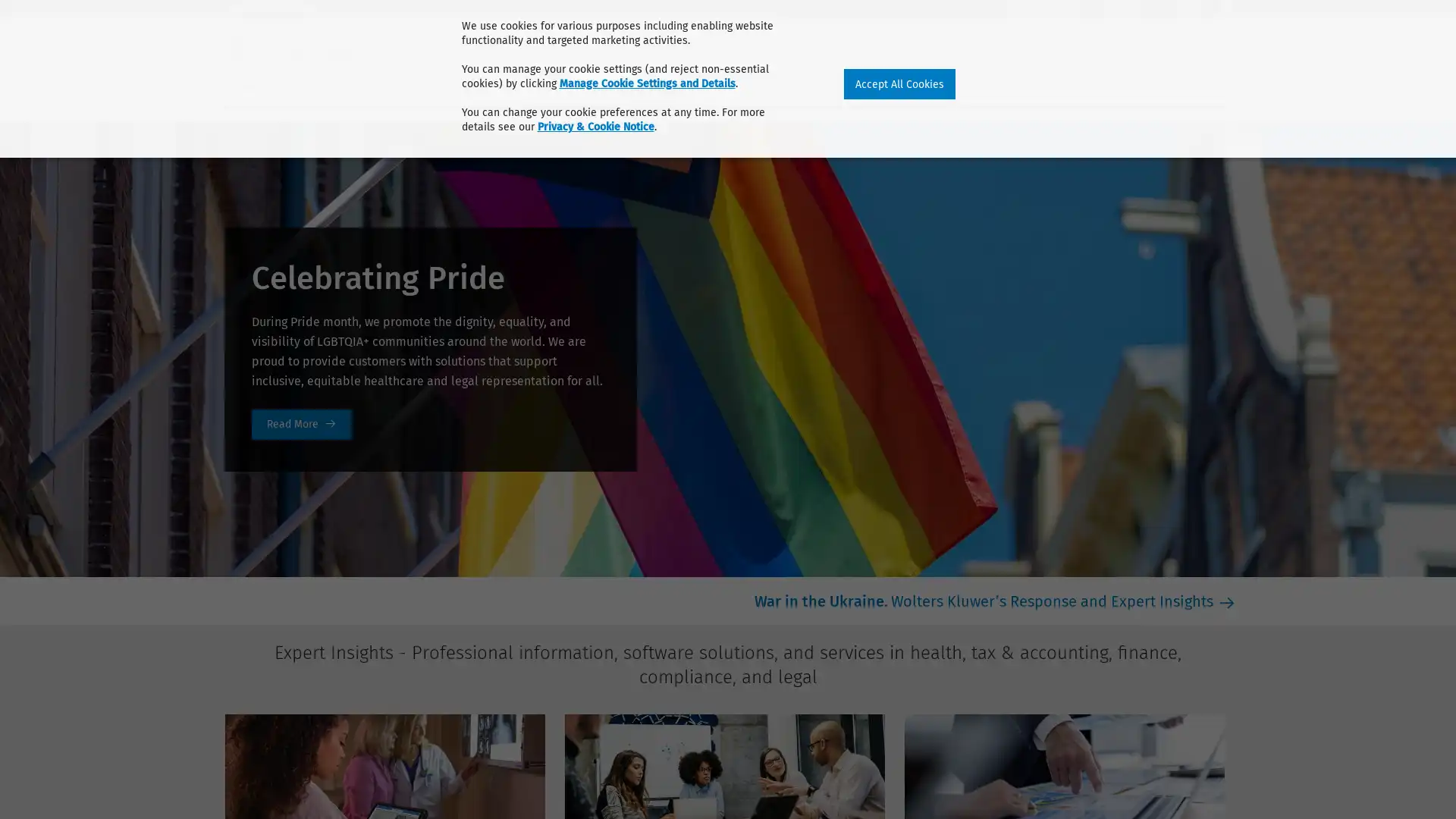 The width and height of the screenshot is (1456, 819). I want to click on /Feature/WoltersKluwer/OneWeb/SearchHeader/Search, so click(1238, 42).